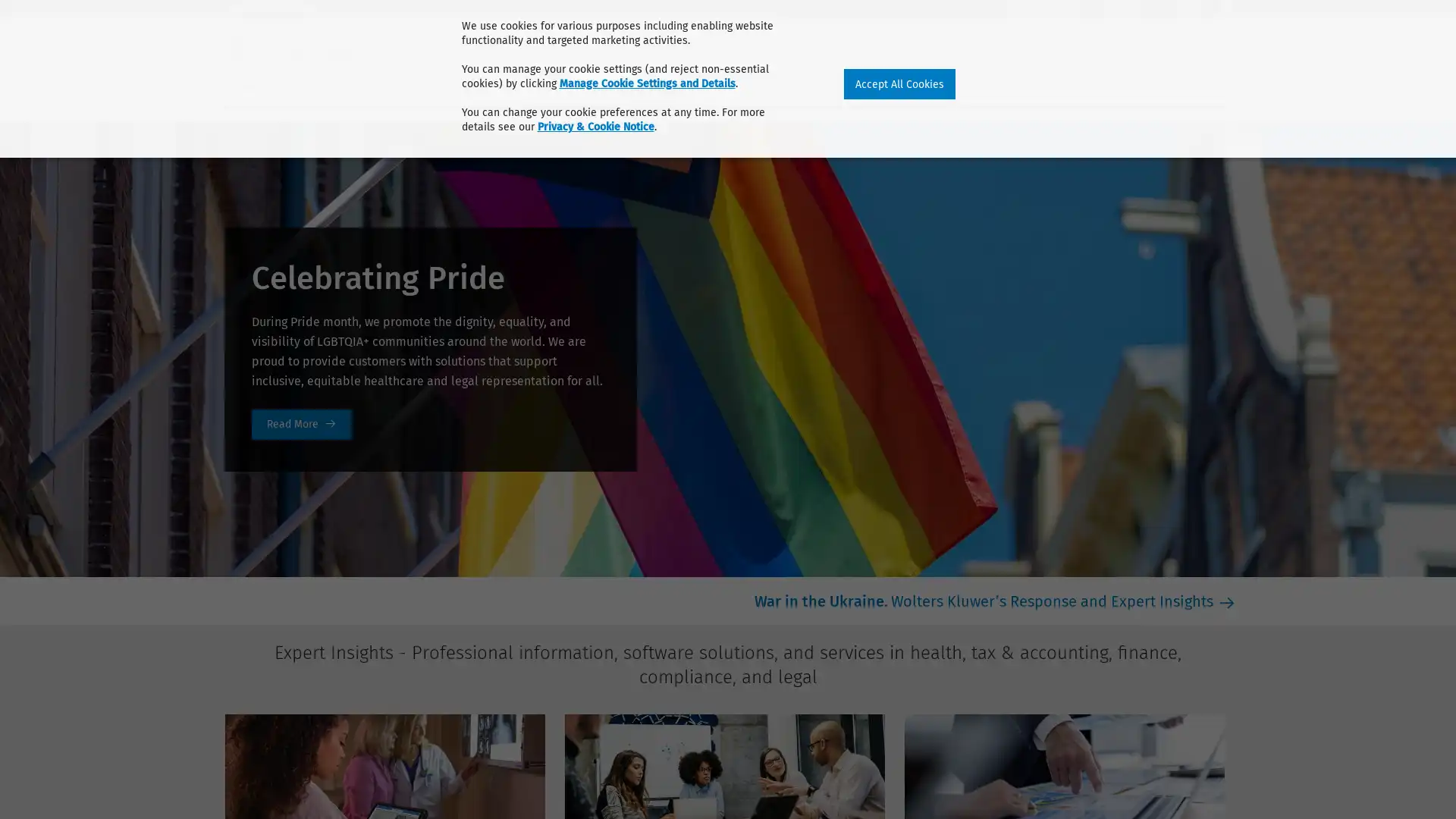 The width and height of the screenshot is (1456, 819). I want to click on /Feature/WoltersKluwer/OneWeb/SearchHeader/Search, so click(1238, 42).